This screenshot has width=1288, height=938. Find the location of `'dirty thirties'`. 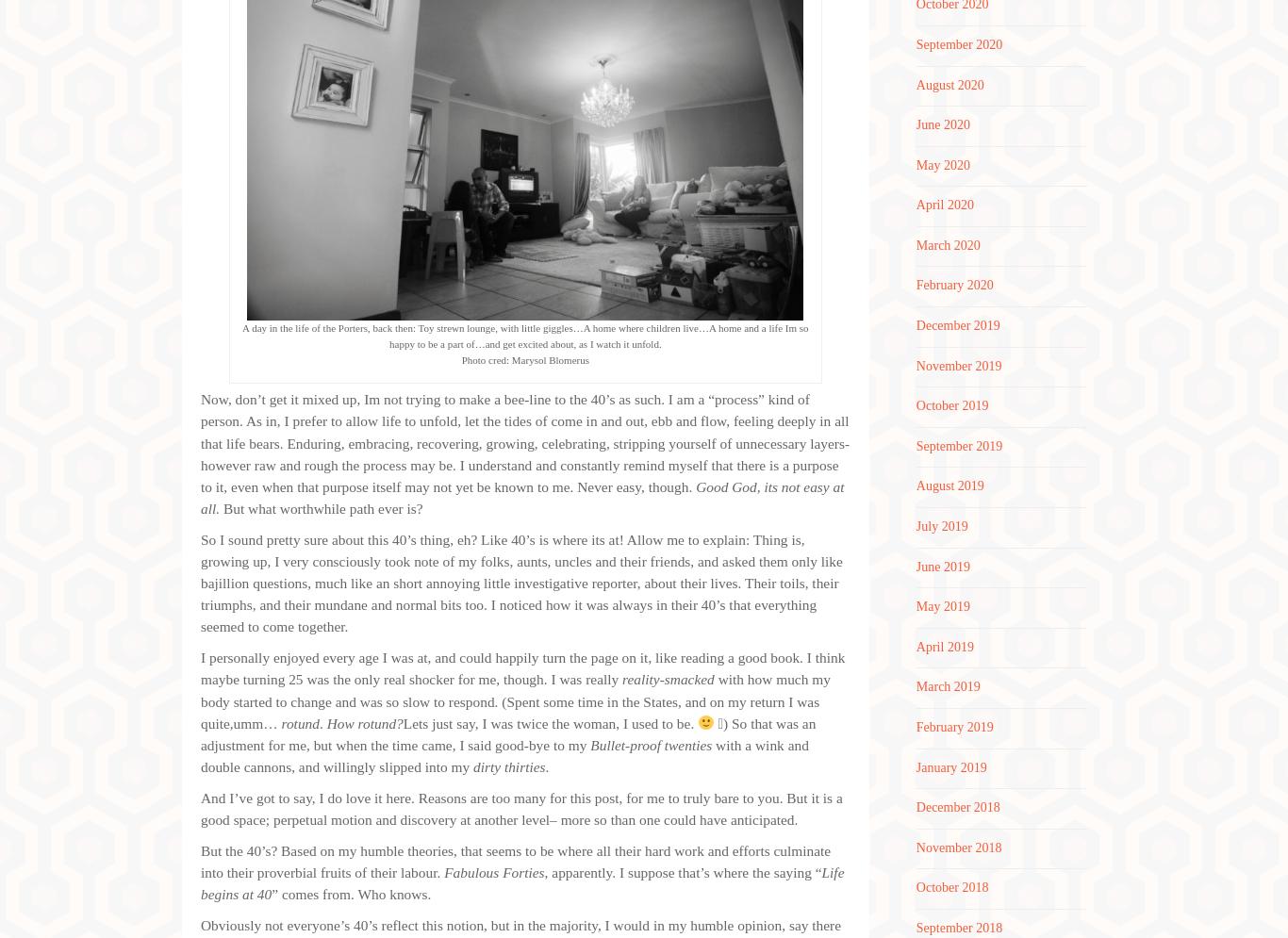

'dirty thirties' is located at coordinates (472, 765).